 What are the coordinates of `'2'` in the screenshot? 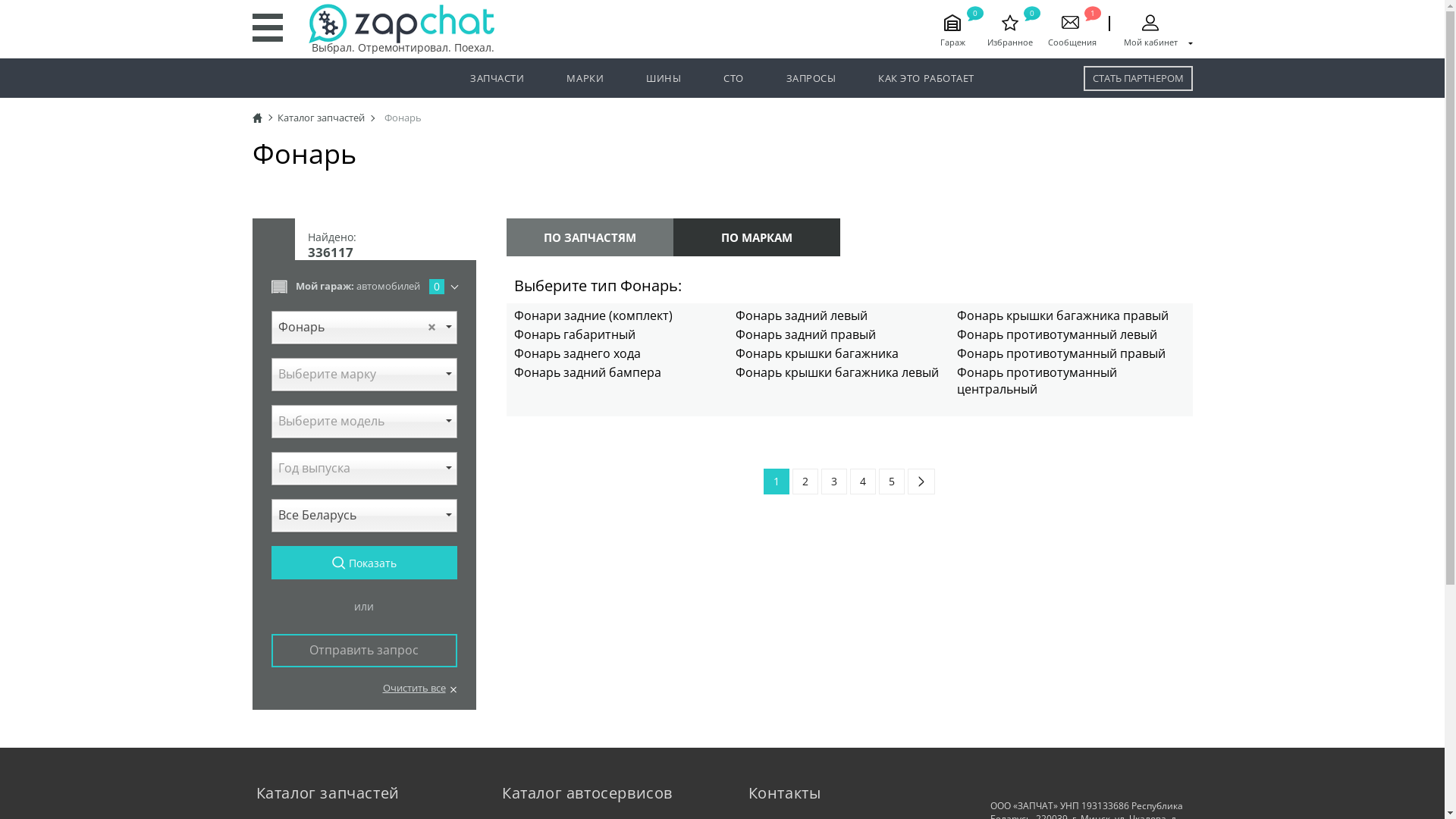 It's located at (792, 482).